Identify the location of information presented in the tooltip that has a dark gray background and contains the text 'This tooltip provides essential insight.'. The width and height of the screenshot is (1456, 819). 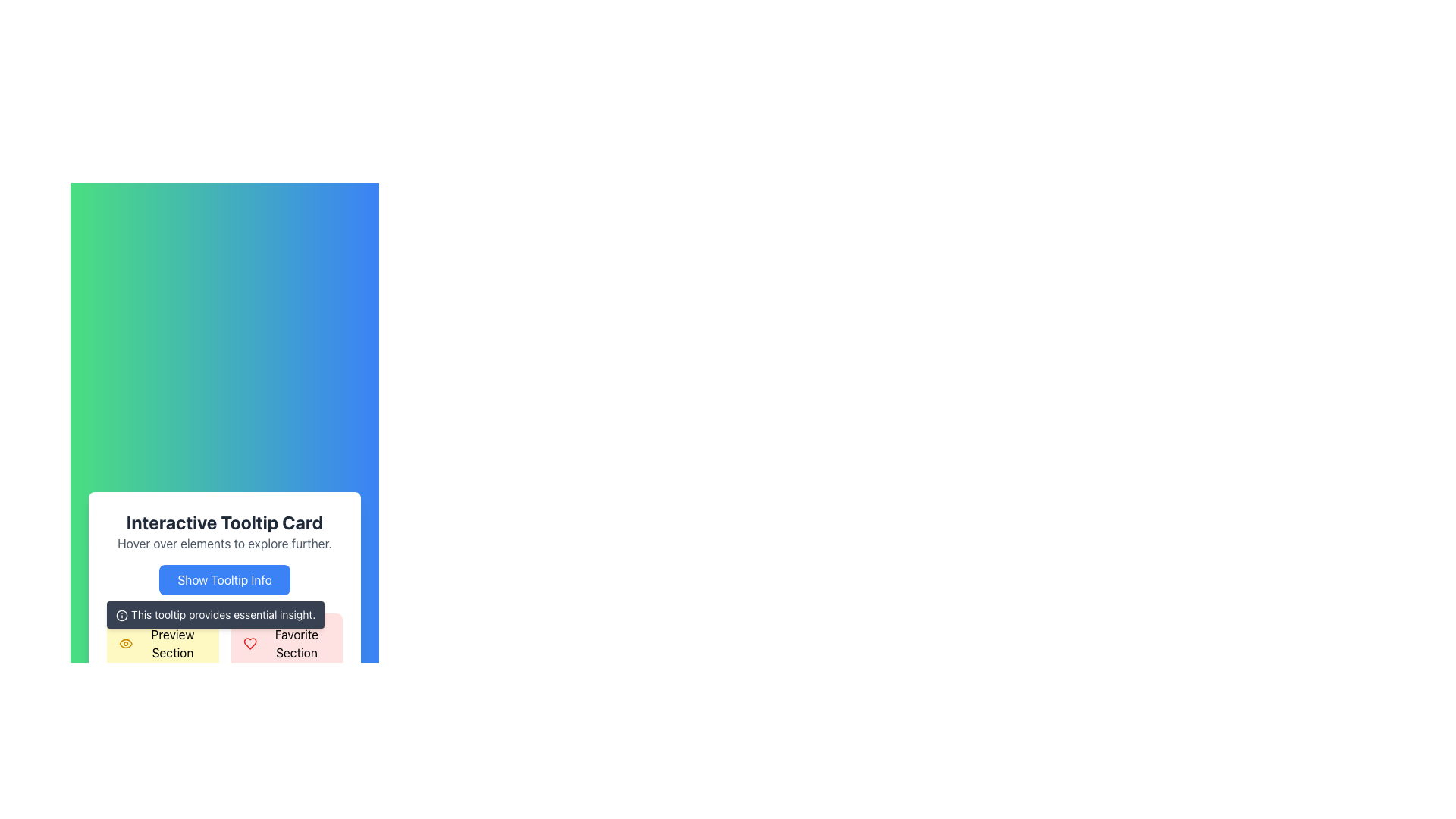
(215, 614).